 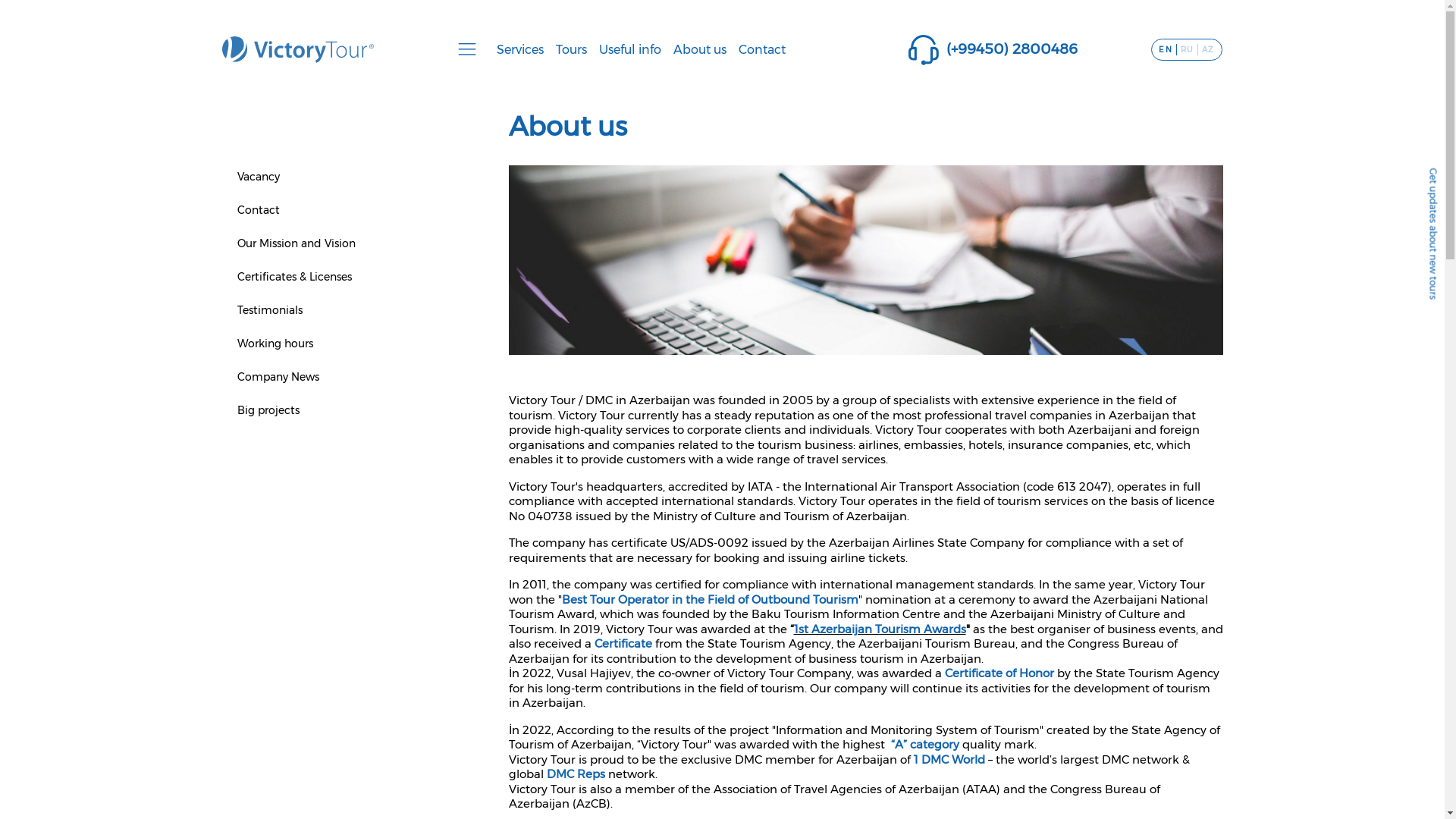 I want to click on 'Tours', so click(x=548, y=49).